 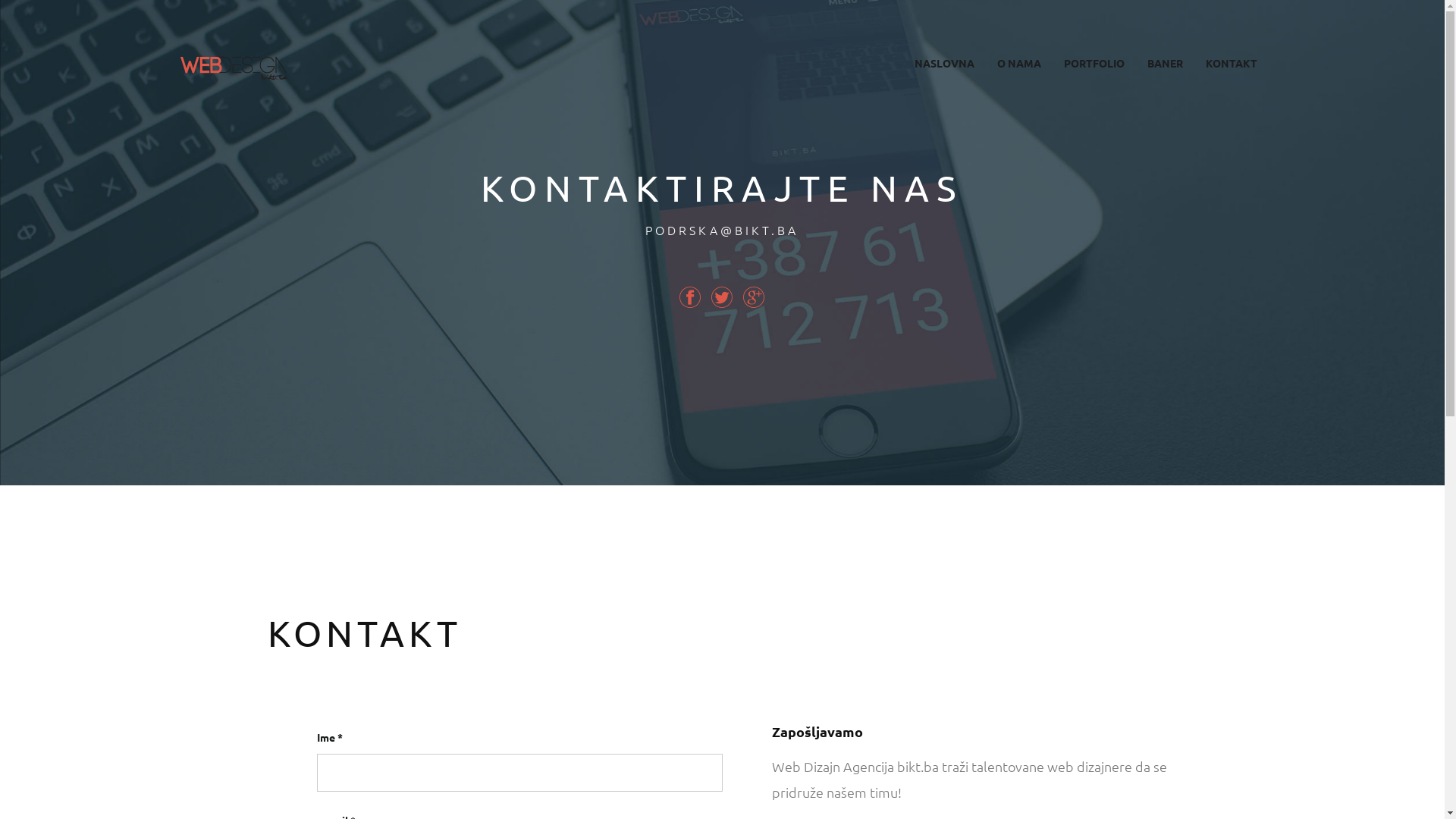 I want to click on 'NASLOVNA', so click(x=943, y=63).